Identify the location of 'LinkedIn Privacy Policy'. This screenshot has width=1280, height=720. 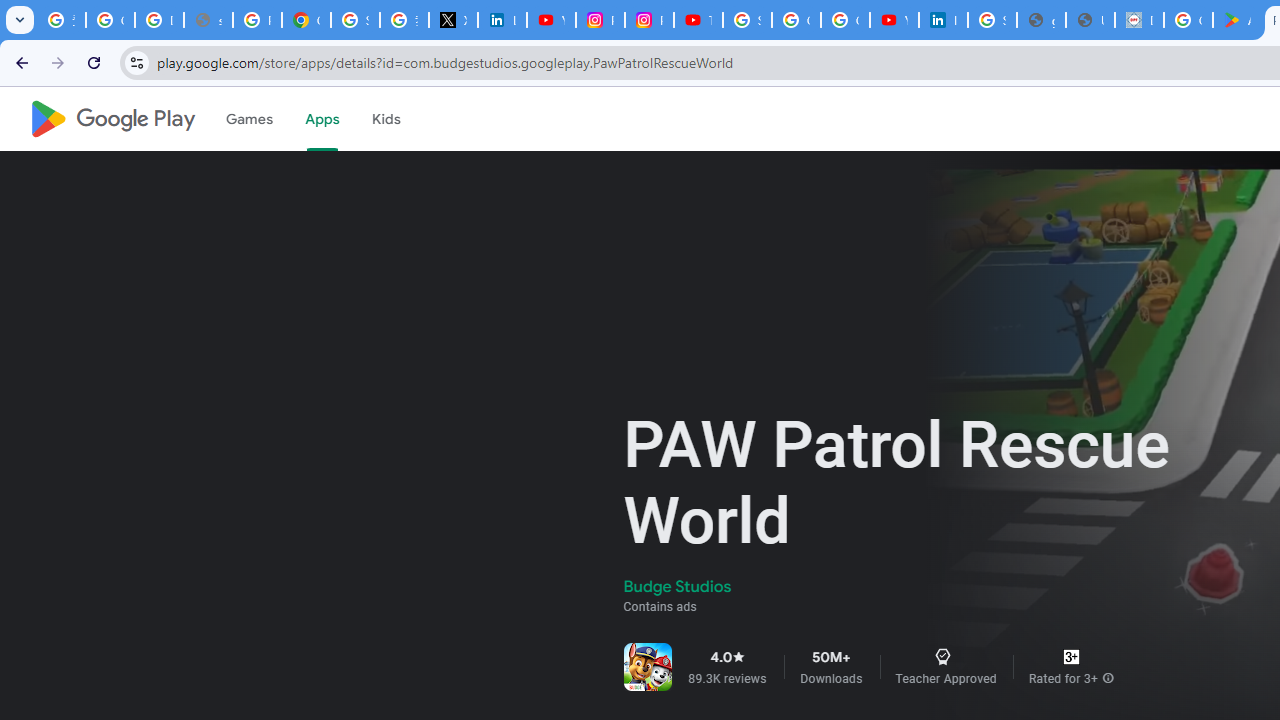
(502, 20).